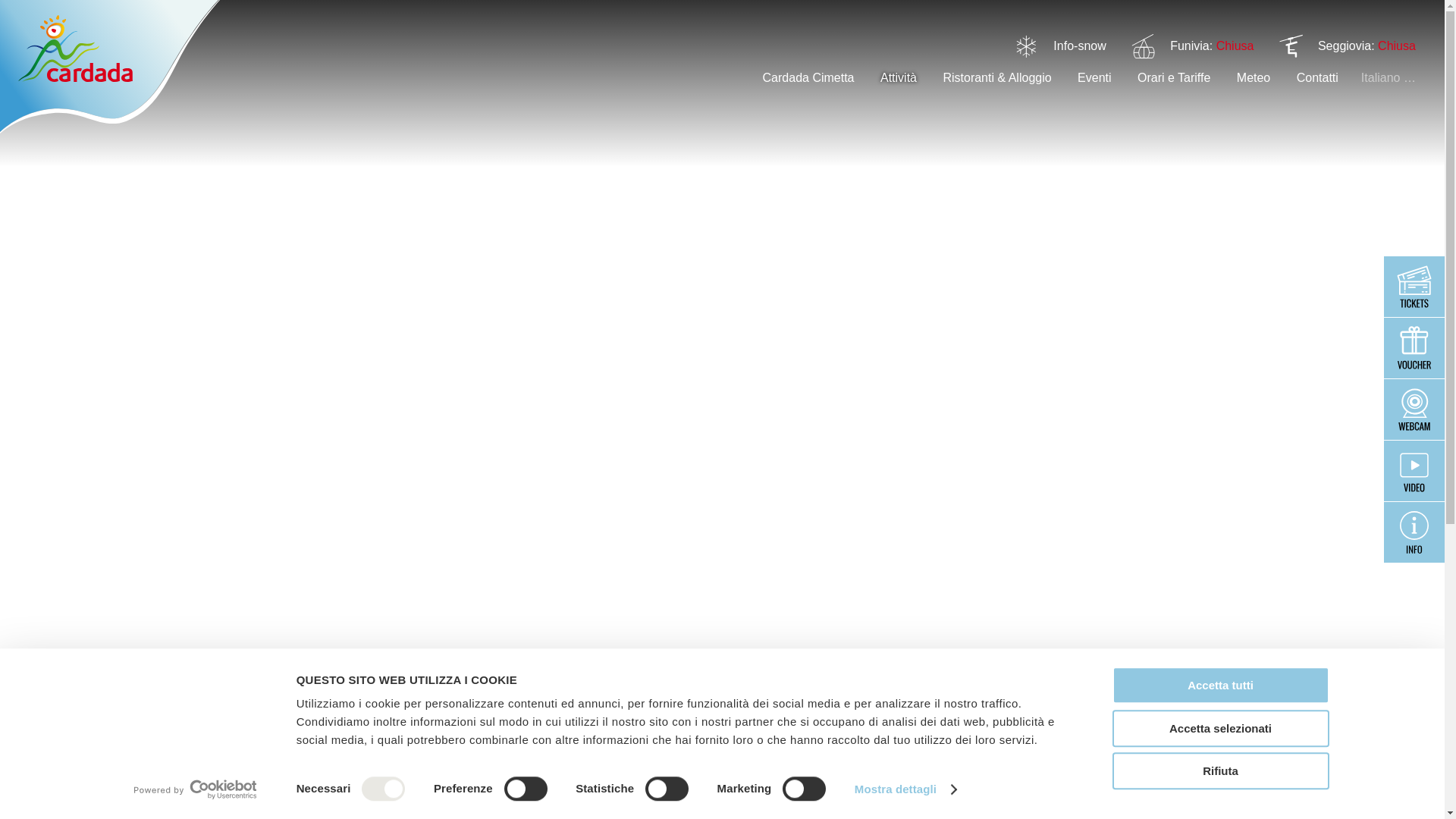 This screenshot has width=1456, height=819. What do you see at coordinates (1316, 77) in the screenshot?
I see `'Contatti'` at bounding box center [1316, 77].